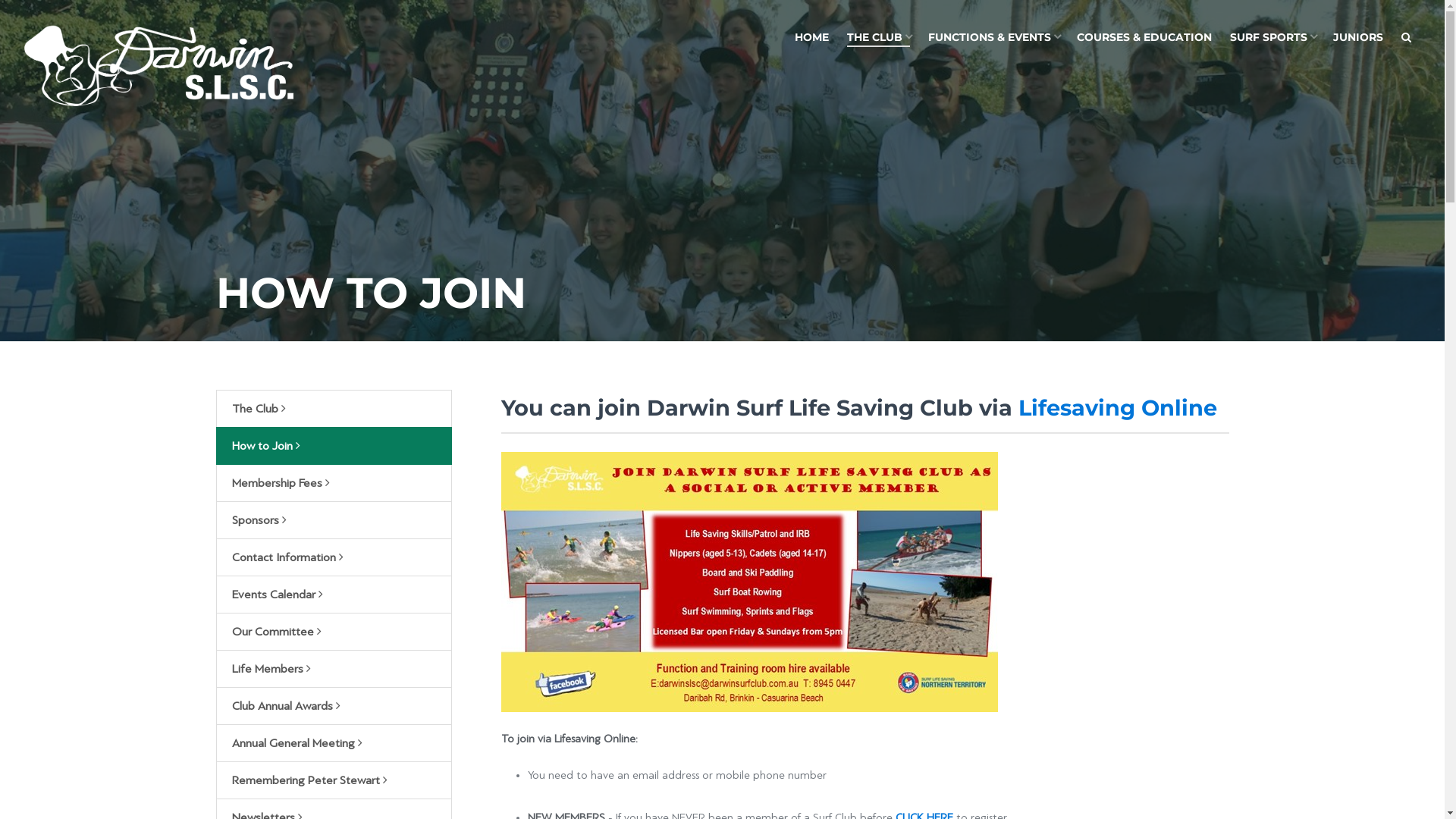 This screenshot has width=1456, height=819. Describe the element at coordinates (333, 780) in the screenshot. I see `'Remembering Peter Stewart '` at that location.